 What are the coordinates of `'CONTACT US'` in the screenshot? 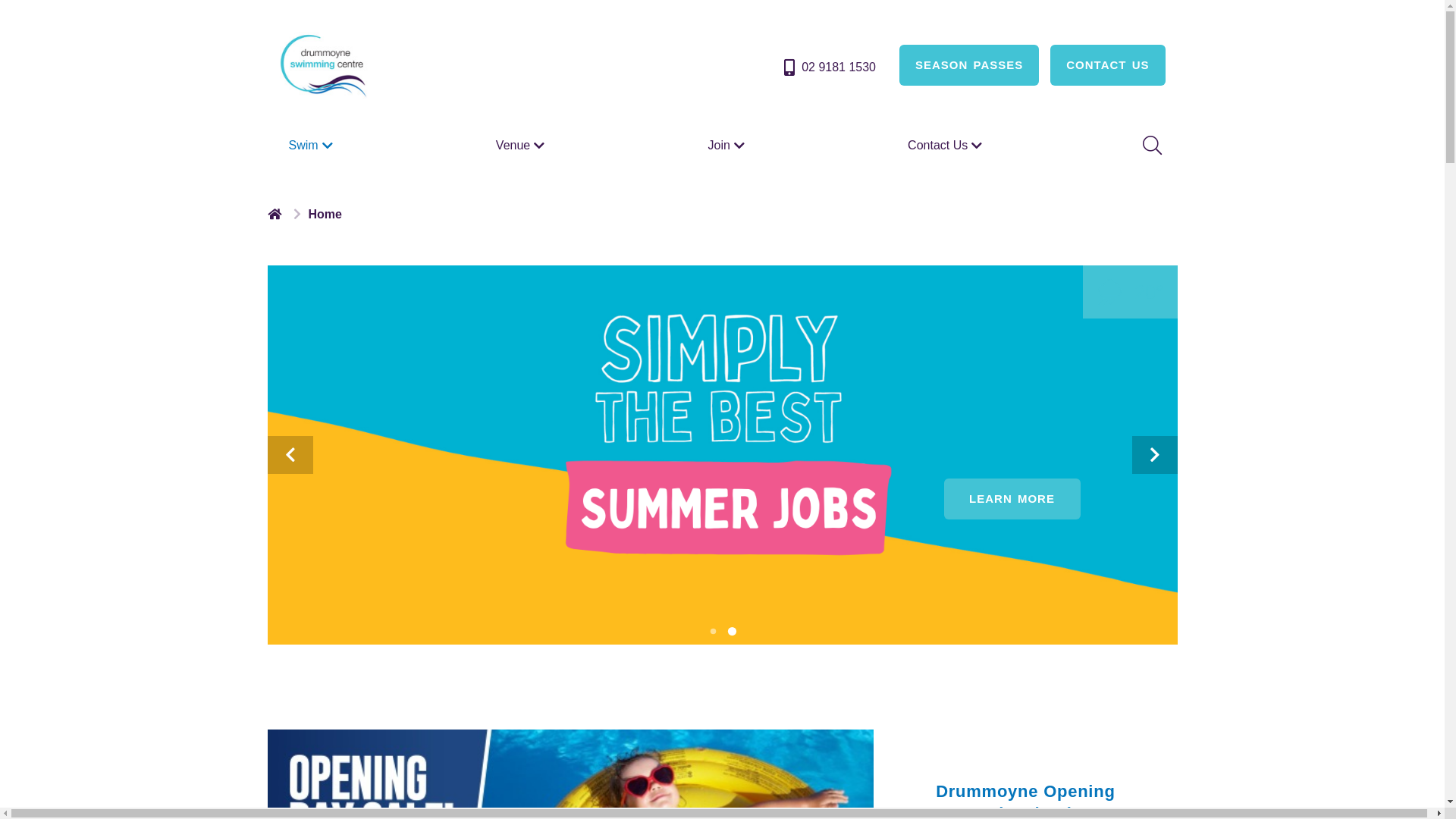 It's located at (1107, 64).